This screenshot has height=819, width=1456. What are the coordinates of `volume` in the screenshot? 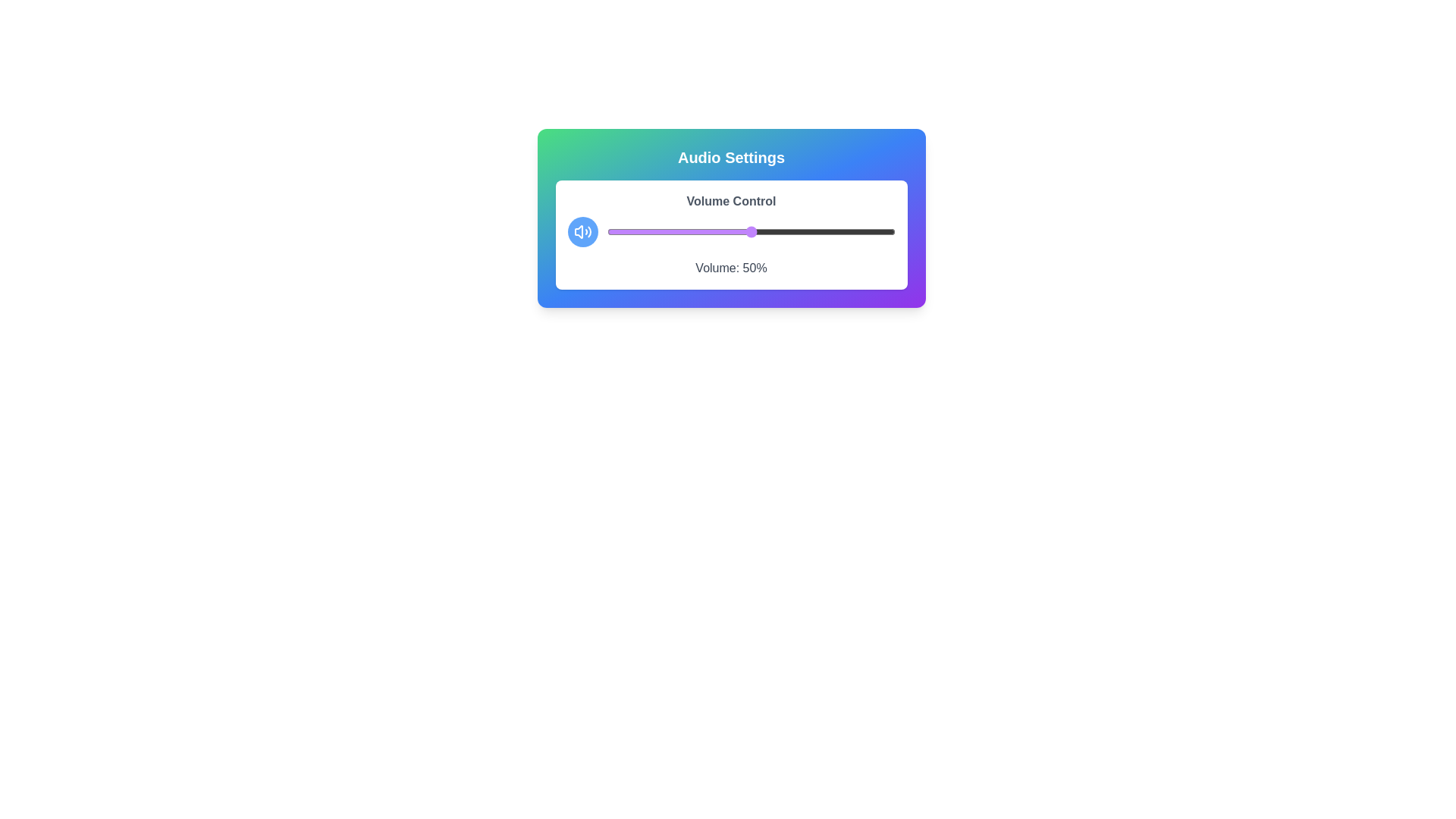 It's located at (892, 231).